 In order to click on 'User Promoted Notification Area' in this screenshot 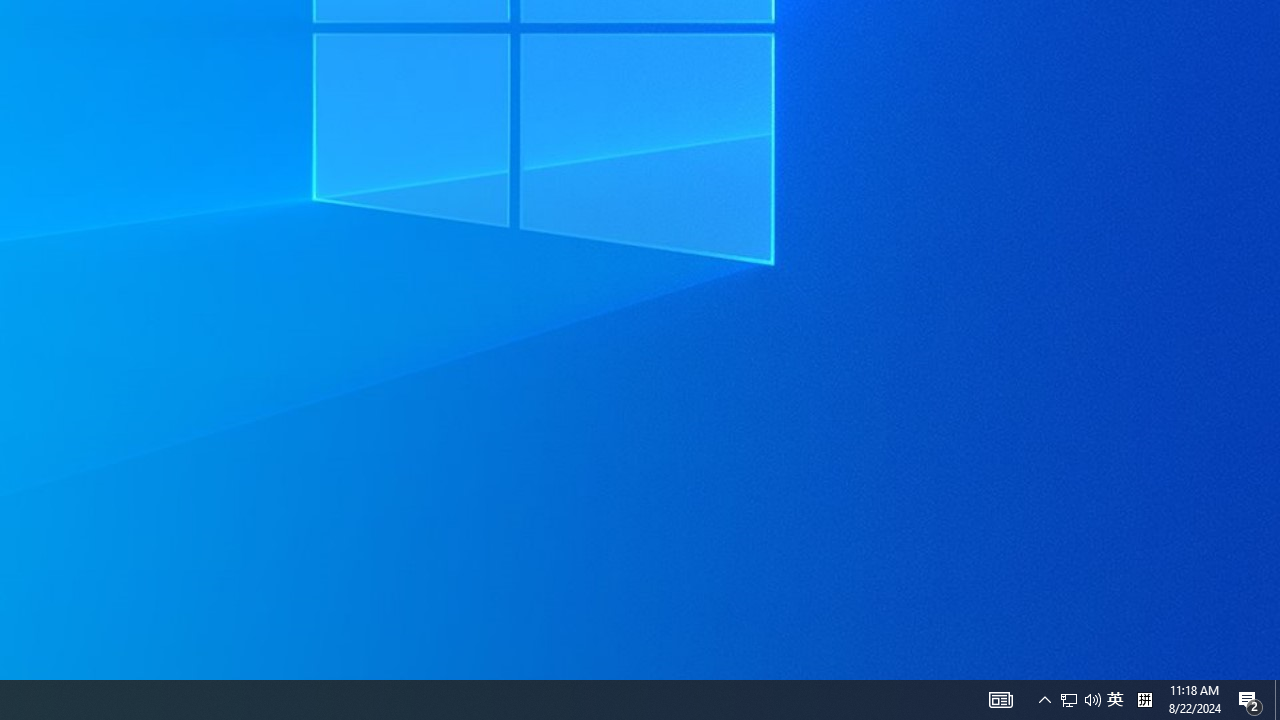, I will do `click(1079, 698)`.